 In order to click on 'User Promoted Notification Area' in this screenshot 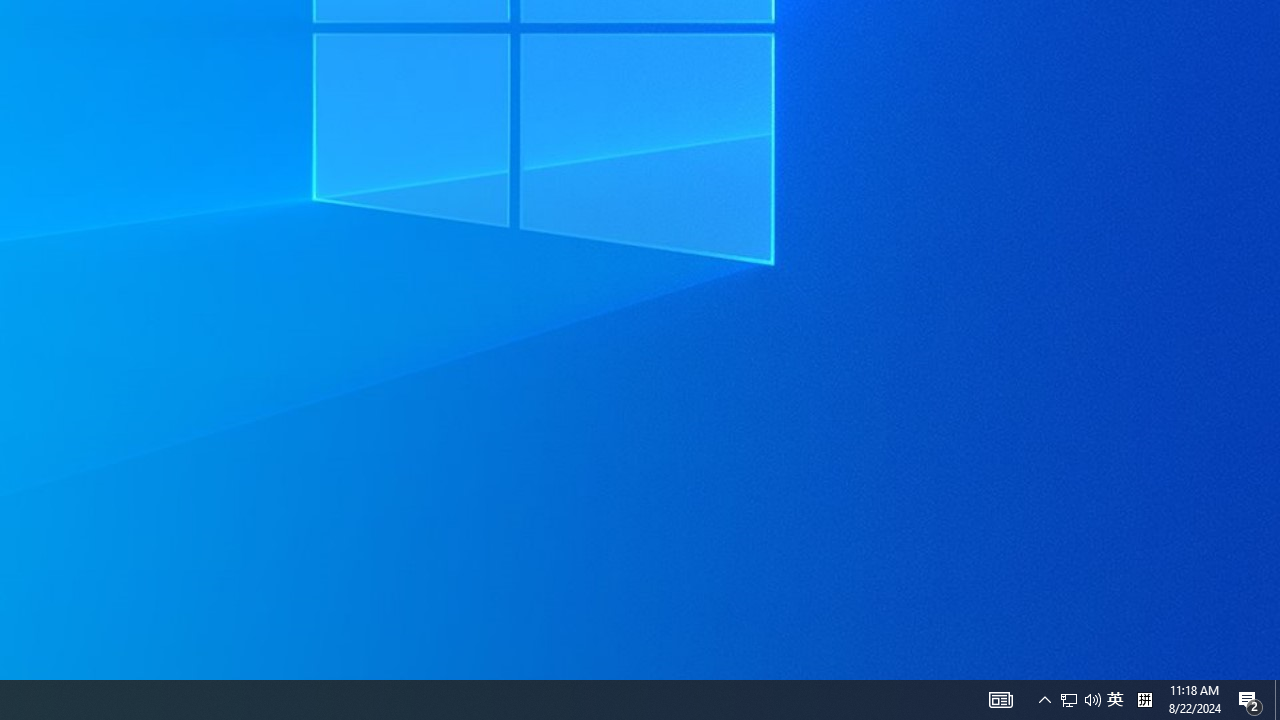, I will do `click(1079, 698)`.